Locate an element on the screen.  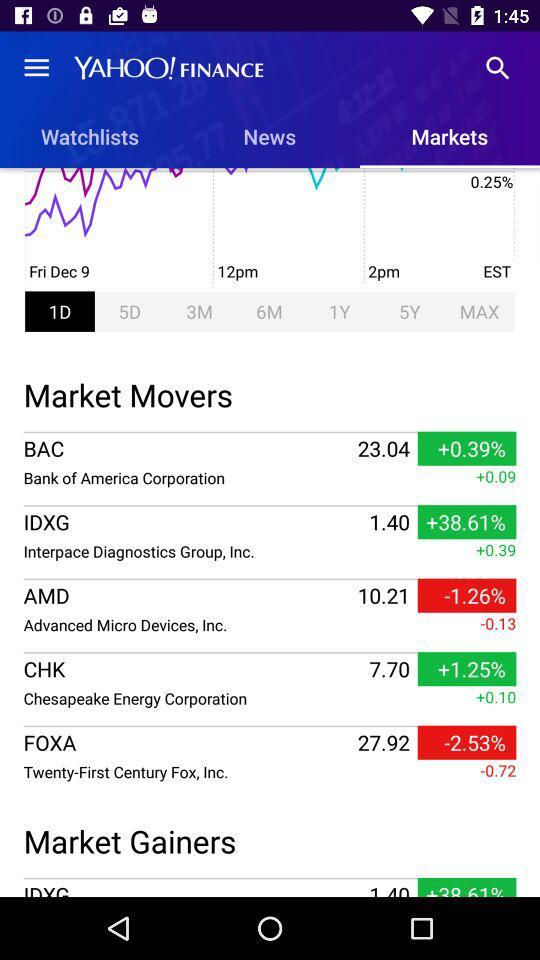
icon next to 1d item is located at coordinates (129, 311).